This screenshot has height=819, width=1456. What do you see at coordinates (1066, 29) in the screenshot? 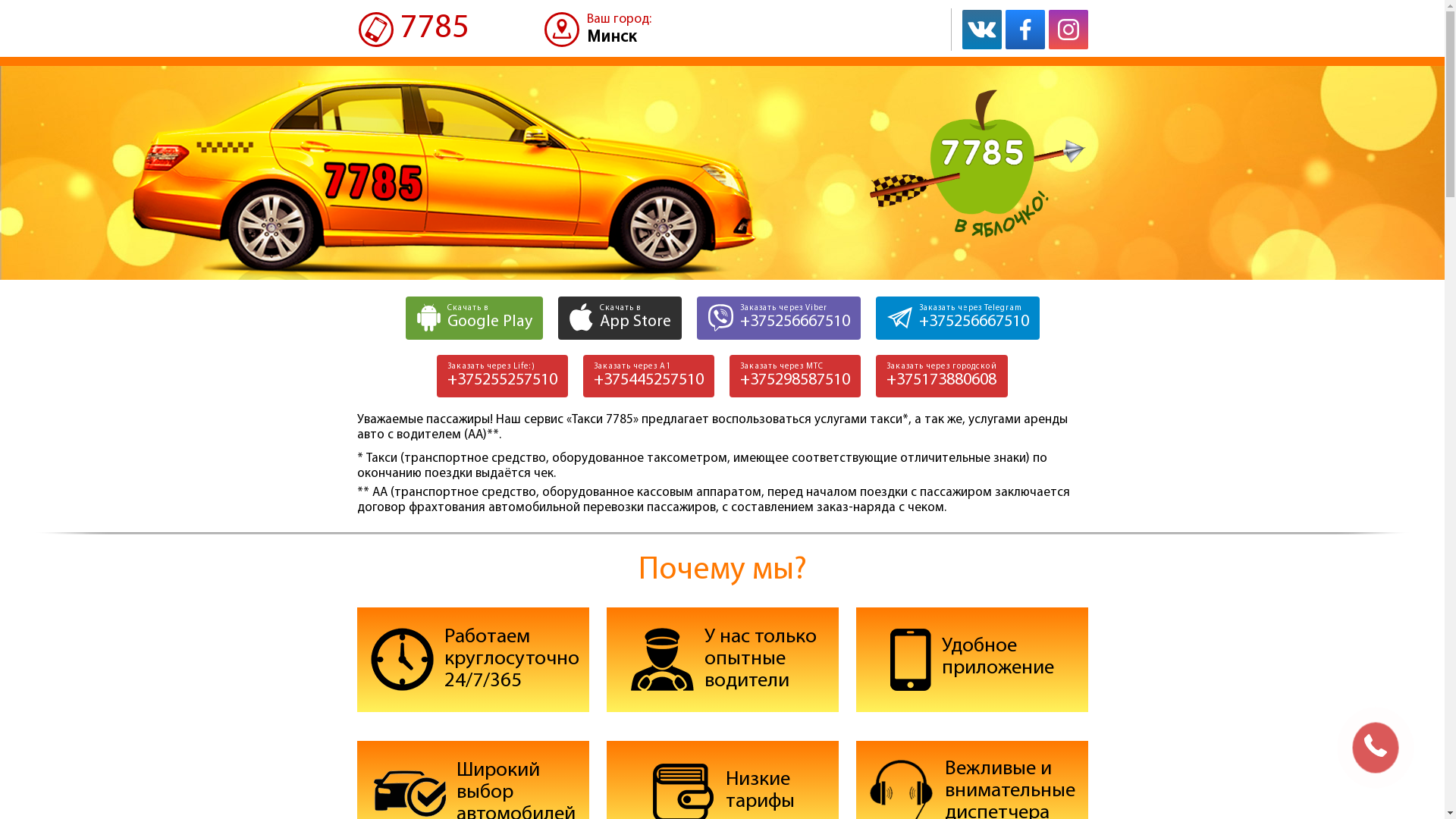
I see `'Instagram'` at bounding box center [1066, 29].